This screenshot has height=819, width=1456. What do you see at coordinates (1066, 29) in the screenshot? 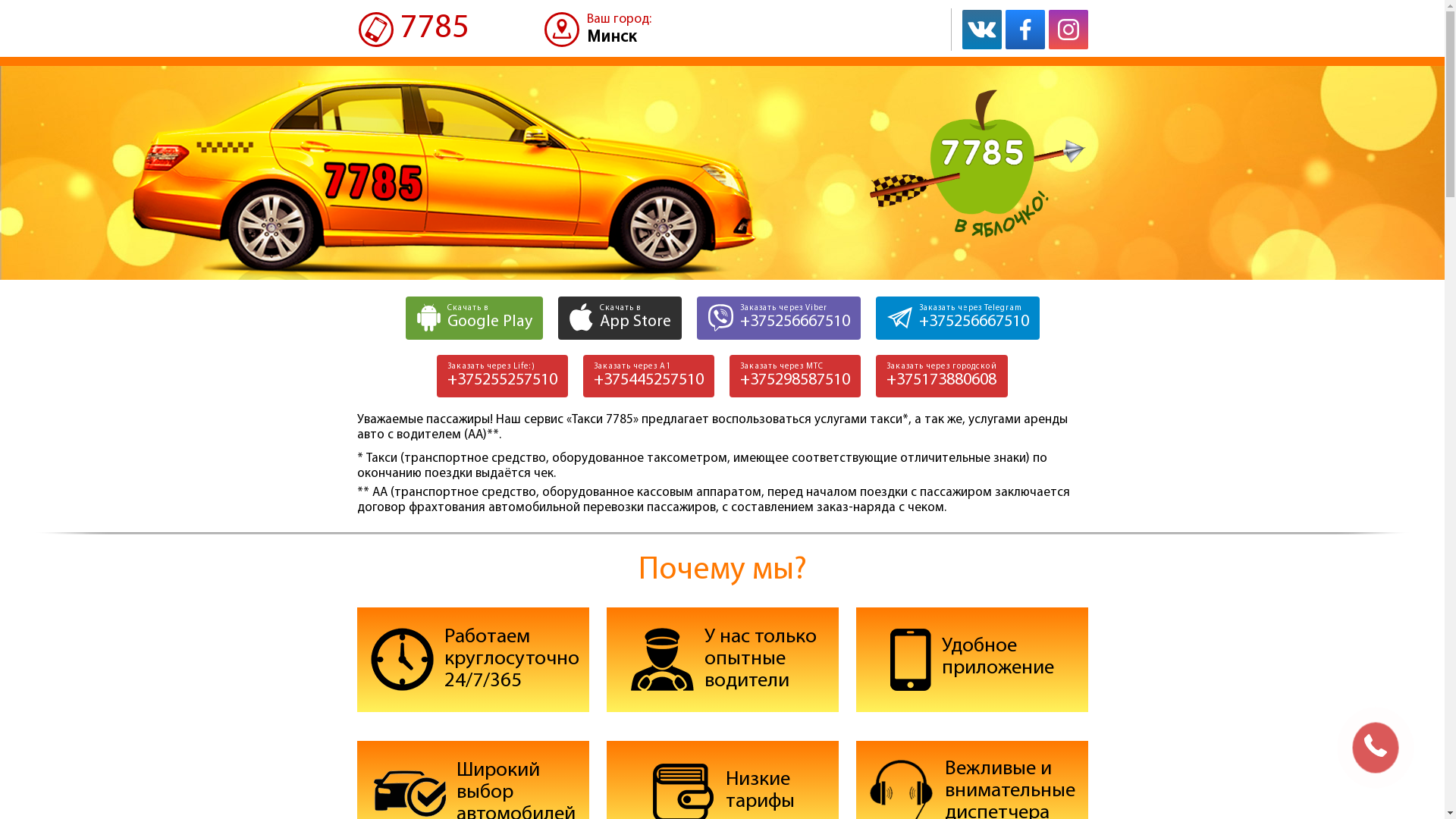
I see `'Instagram'` at bounding box center [1066, 29].